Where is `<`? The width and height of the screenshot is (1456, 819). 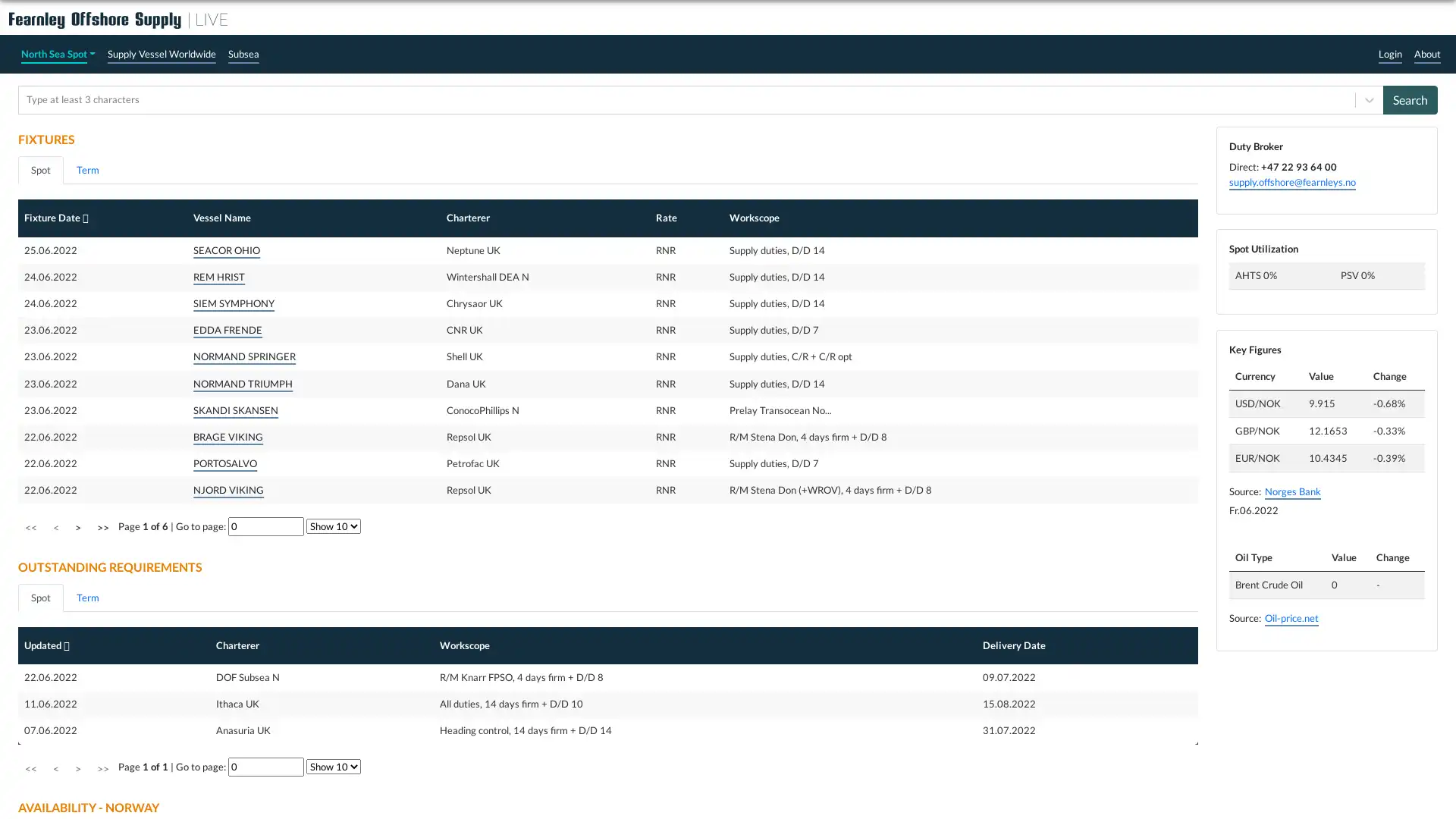 < is located at coordinates (55, 767).